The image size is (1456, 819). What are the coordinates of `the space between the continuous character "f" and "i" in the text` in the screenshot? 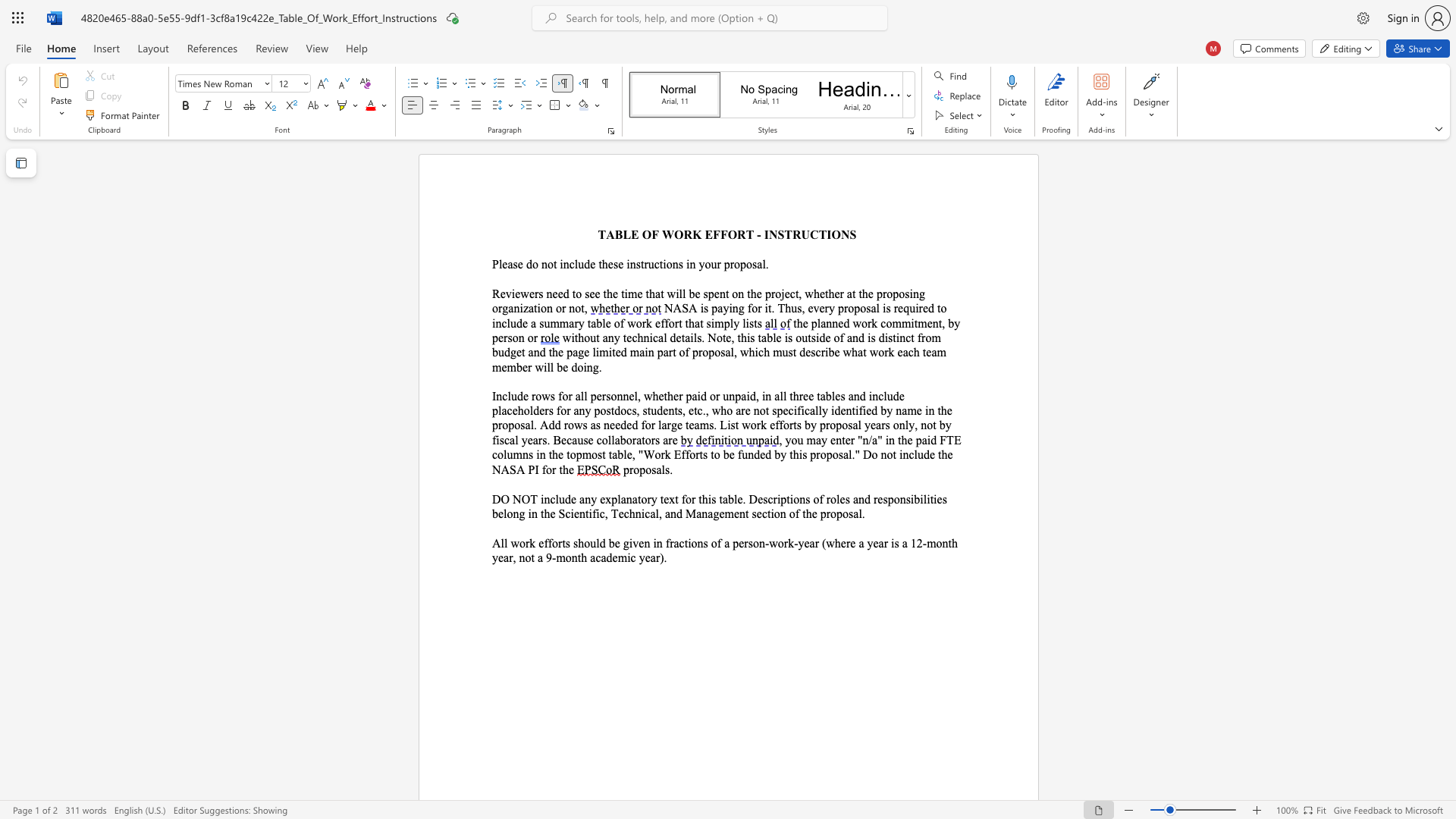 It's located at (595, 513).